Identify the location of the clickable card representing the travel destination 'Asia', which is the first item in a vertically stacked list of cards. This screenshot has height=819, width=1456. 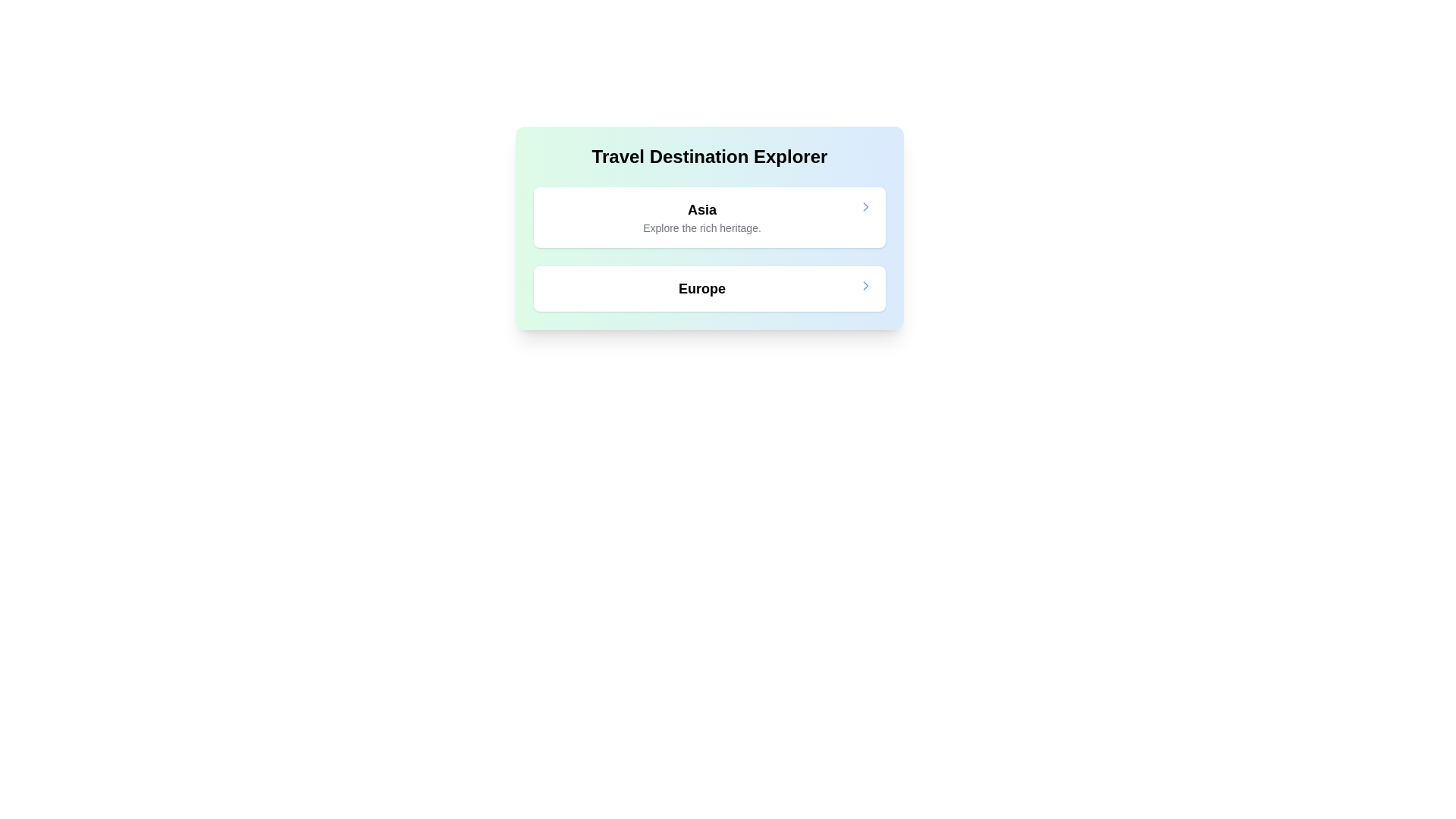
(709, 217).